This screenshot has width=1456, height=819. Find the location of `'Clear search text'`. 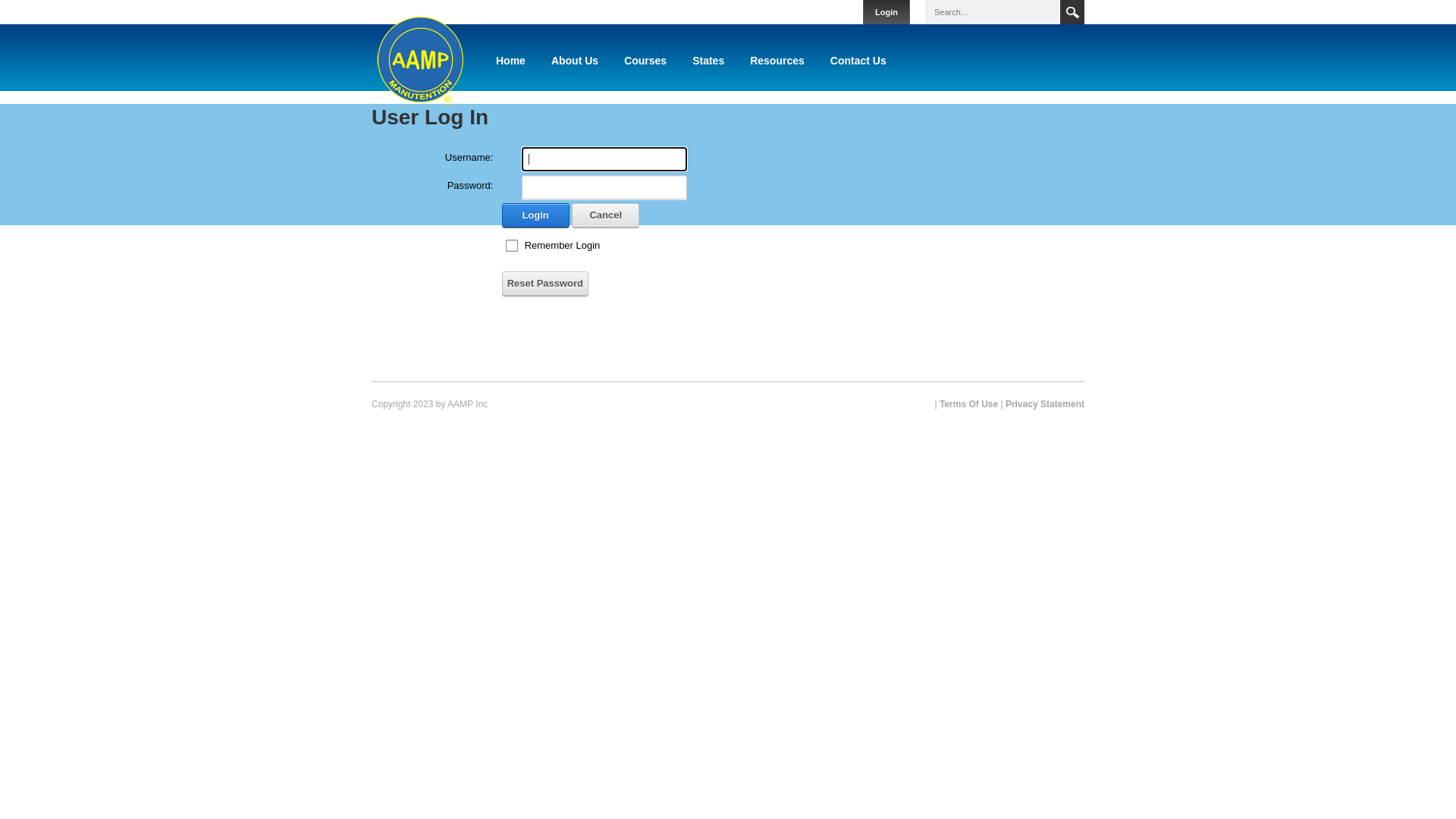

'Clear search text' is located at coordinates (1039, 11).